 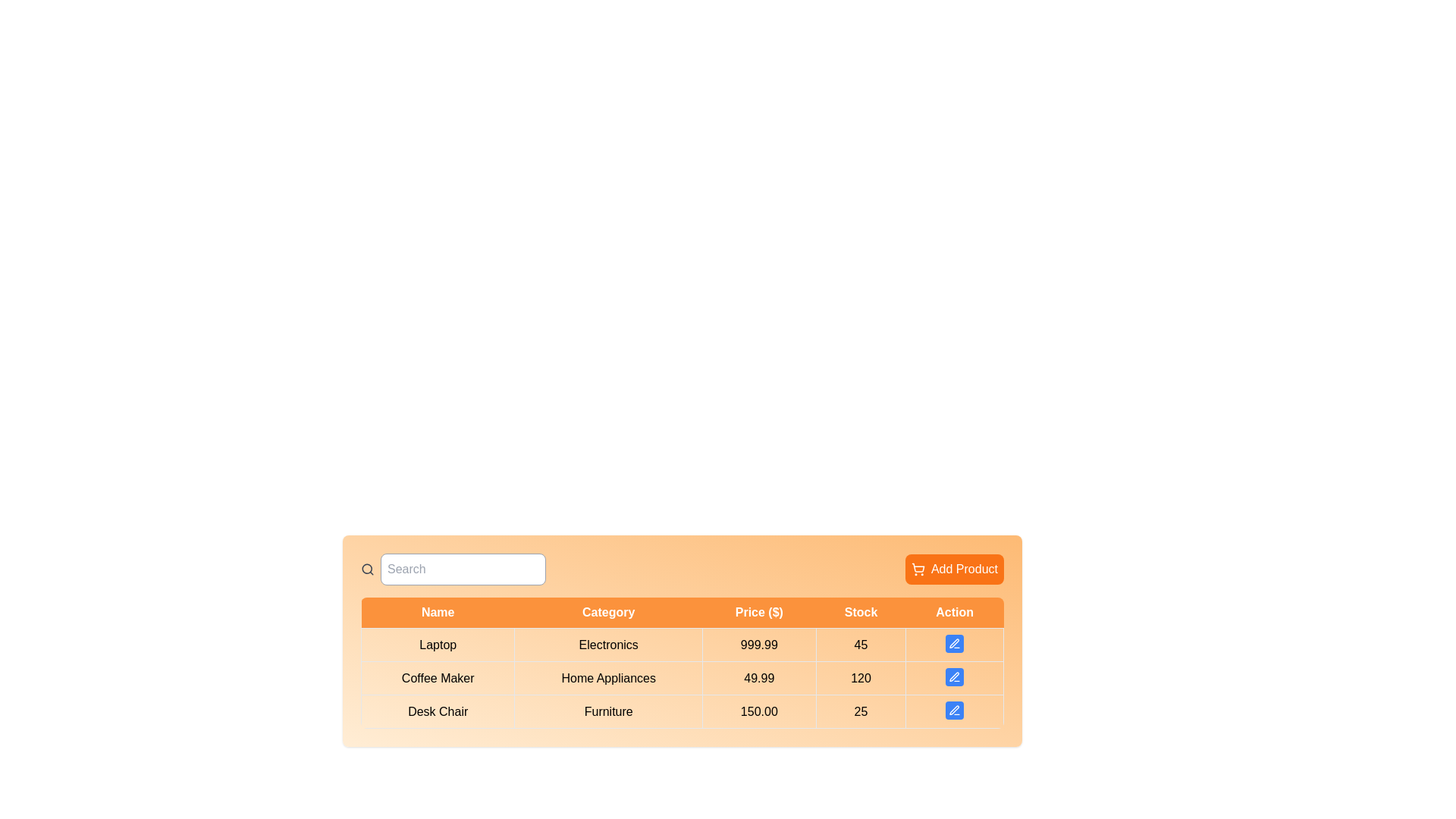 I want to click on the table cell displaying 'Coffee Maker' in bold black font with an orange background, located in the second row under the 'Name' column, so click(x=437, y=677).